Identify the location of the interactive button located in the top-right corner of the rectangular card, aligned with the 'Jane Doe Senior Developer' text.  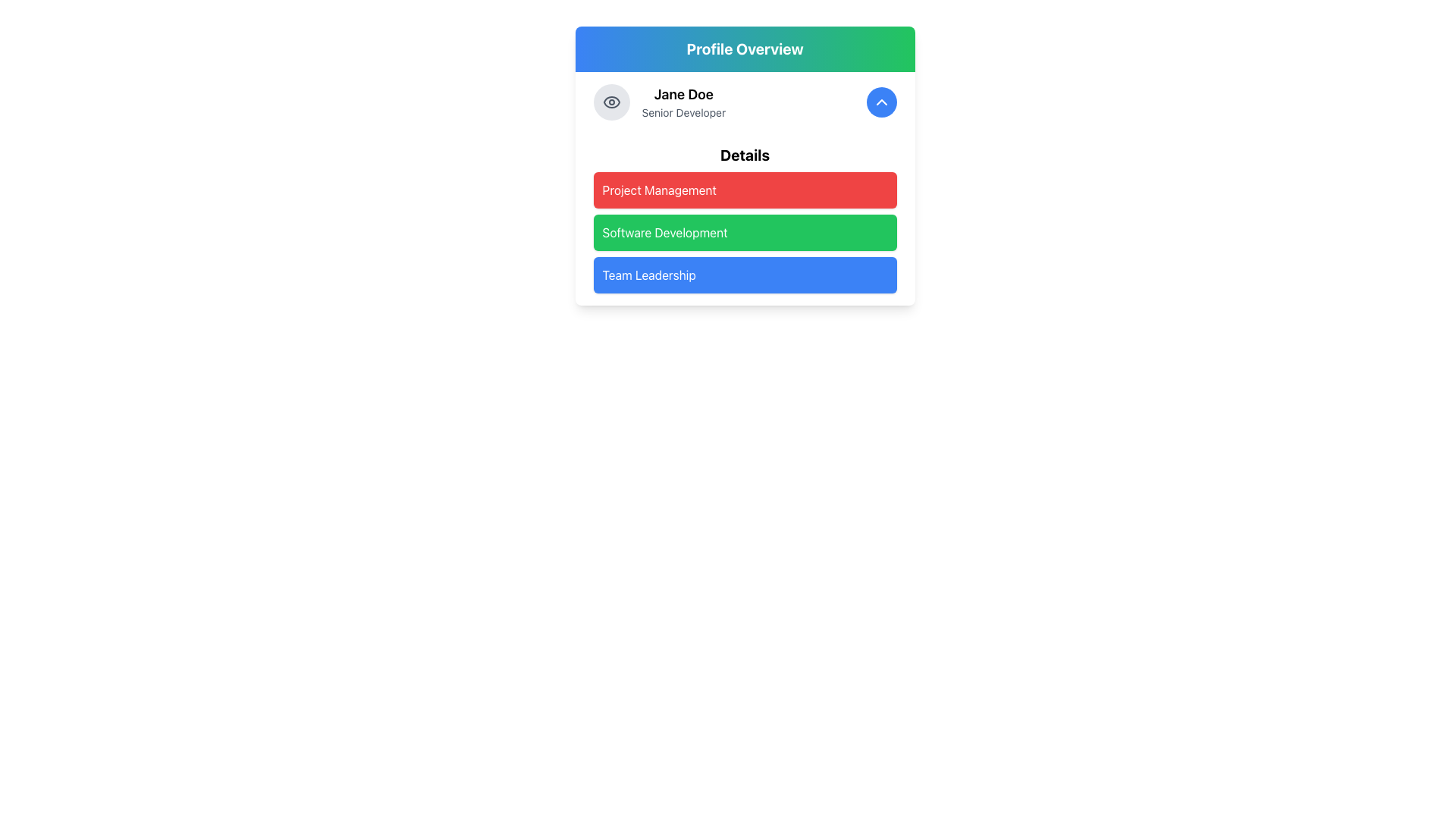
(881, 102).